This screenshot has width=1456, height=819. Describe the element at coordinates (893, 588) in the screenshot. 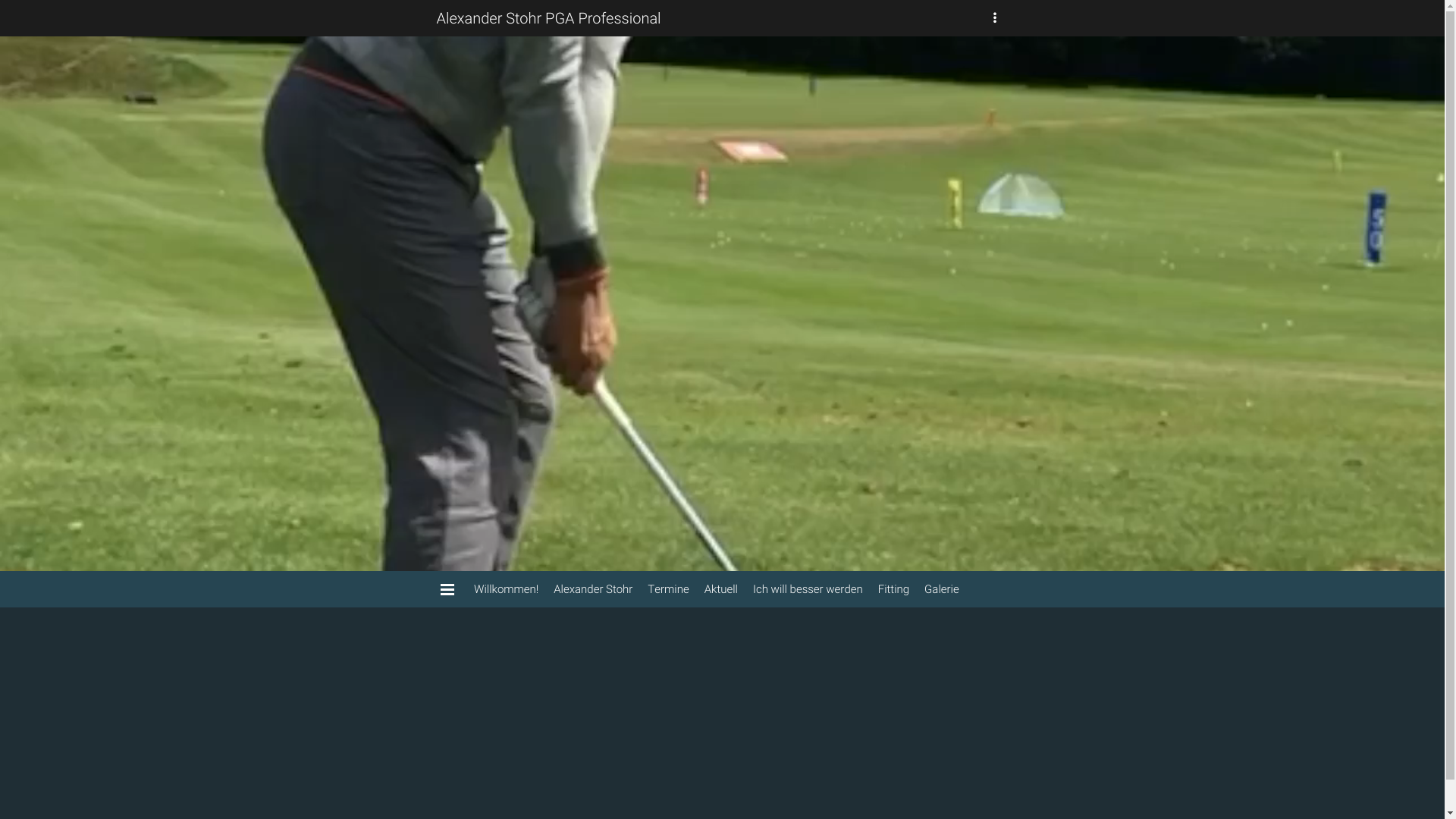

I see `'Fitting'` at that location.